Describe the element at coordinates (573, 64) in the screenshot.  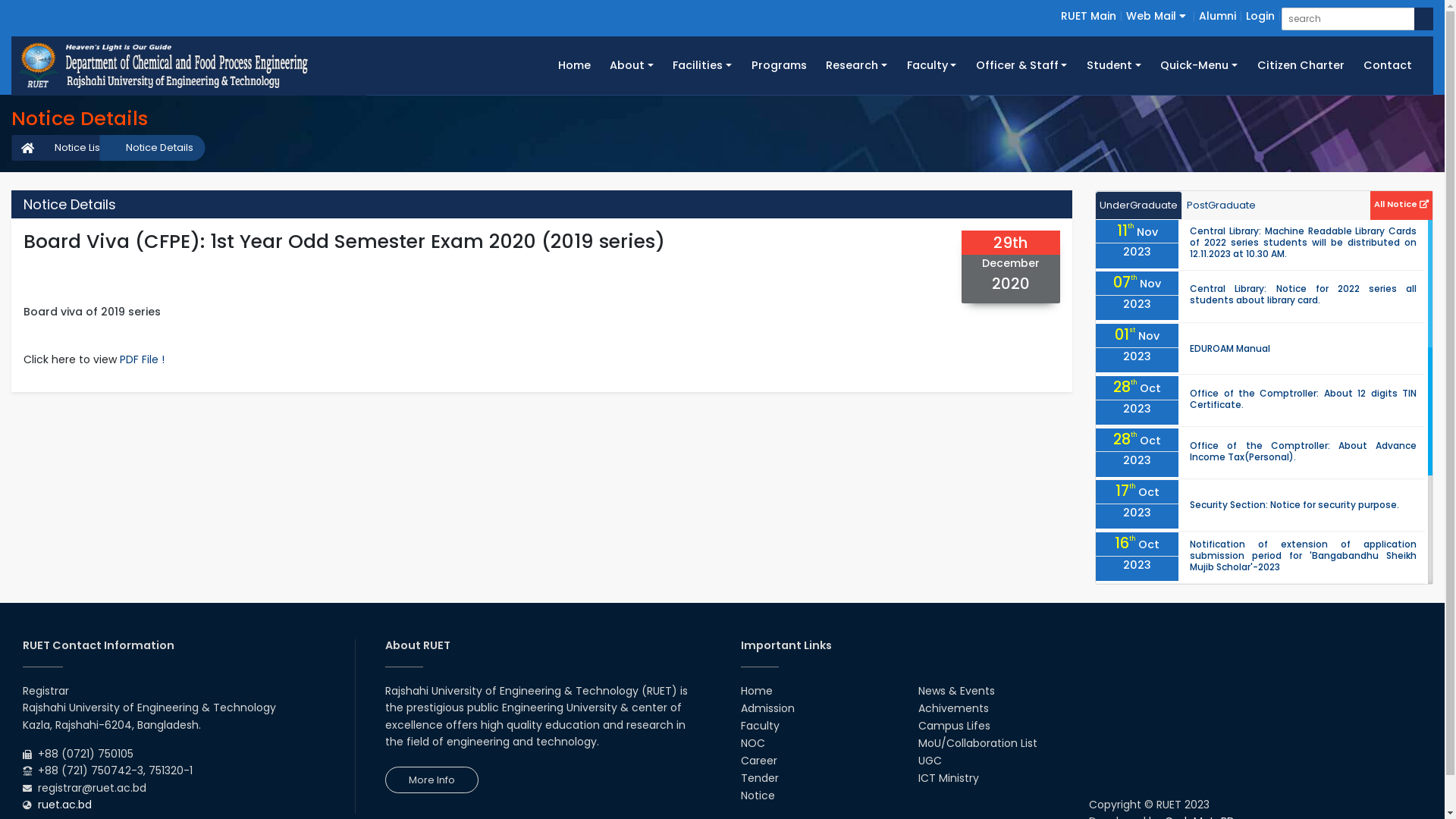
I see `'Home` at that location.